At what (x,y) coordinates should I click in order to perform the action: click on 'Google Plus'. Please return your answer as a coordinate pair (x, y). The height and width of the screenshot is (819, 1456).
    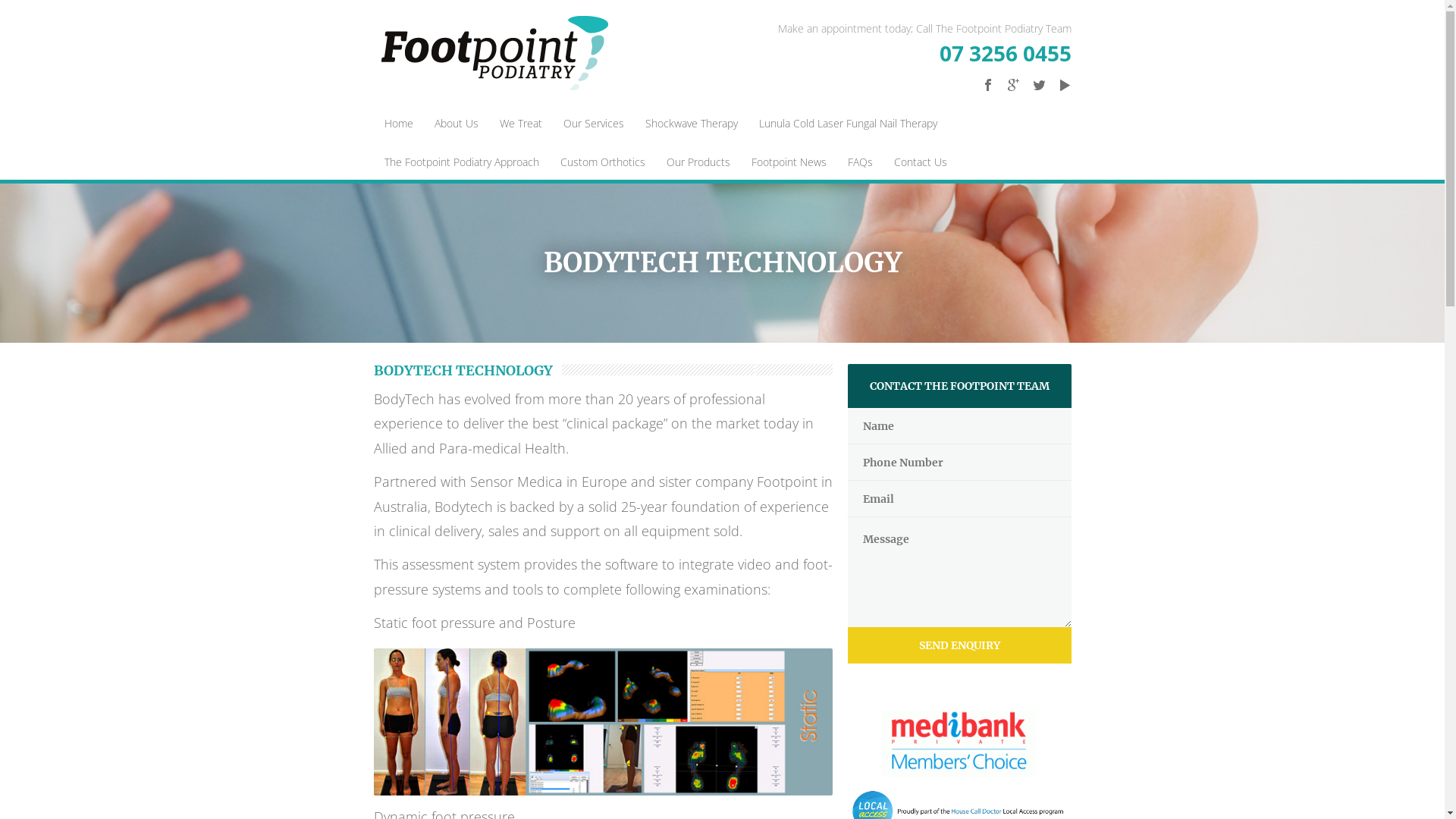
    Looking at the image, I should click on (1012, 84).